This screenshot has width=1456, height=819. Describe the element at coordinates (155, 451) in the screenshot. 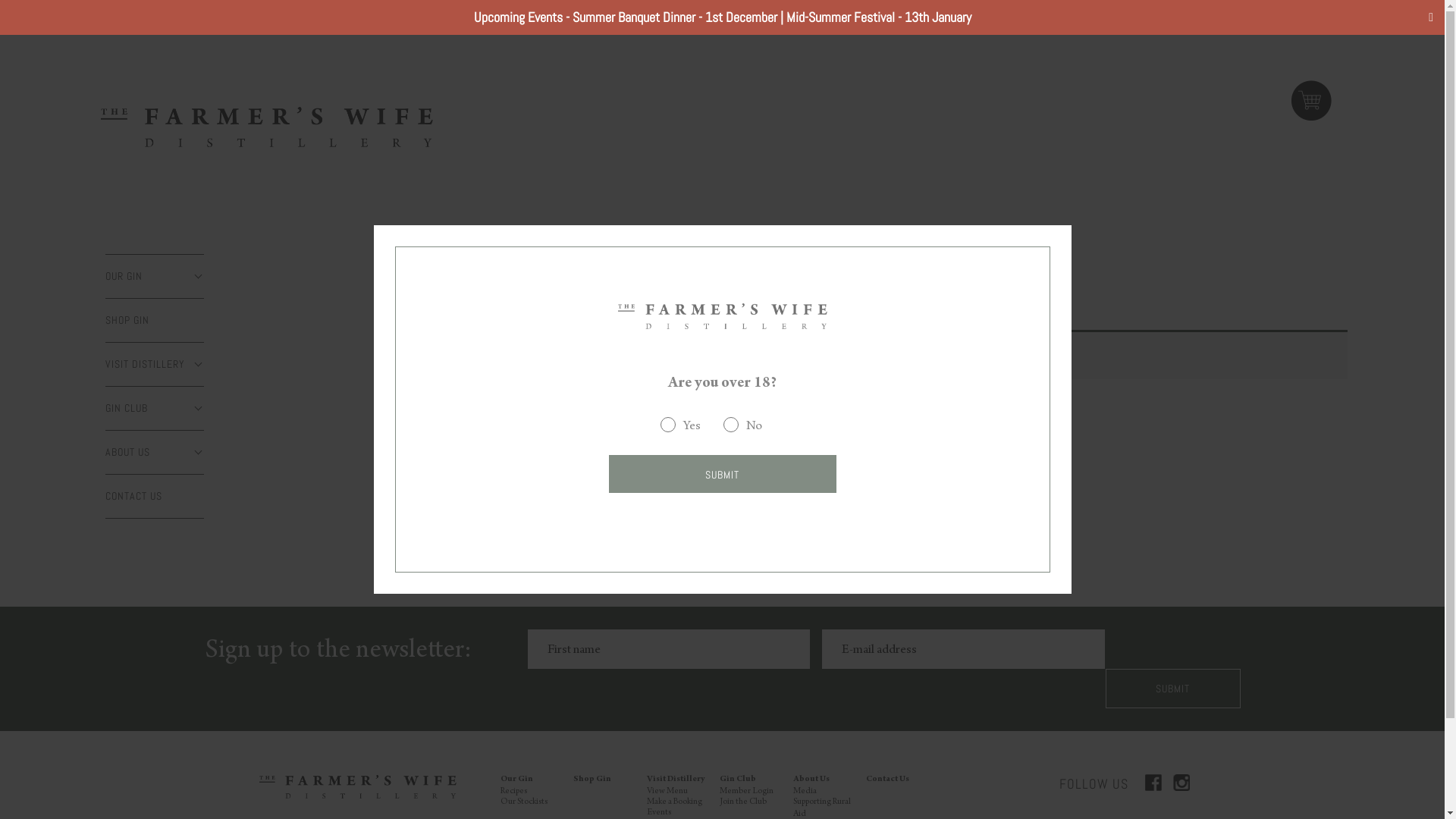

I see `'ABOUT US'` at that location.